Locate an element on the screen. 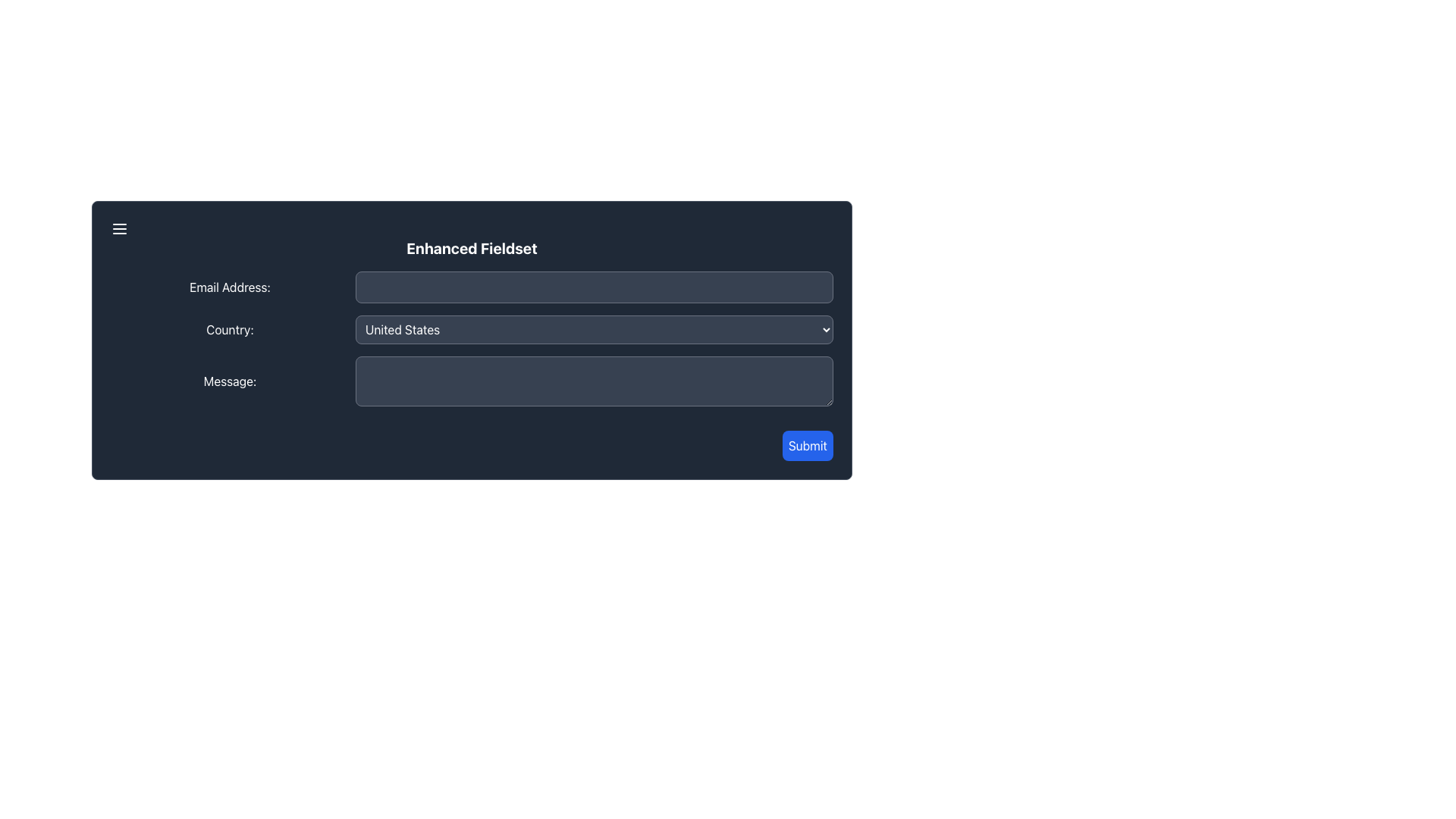 This screenshot has width=1456, height=819. the message input field located is located at coordinates (471, 380).